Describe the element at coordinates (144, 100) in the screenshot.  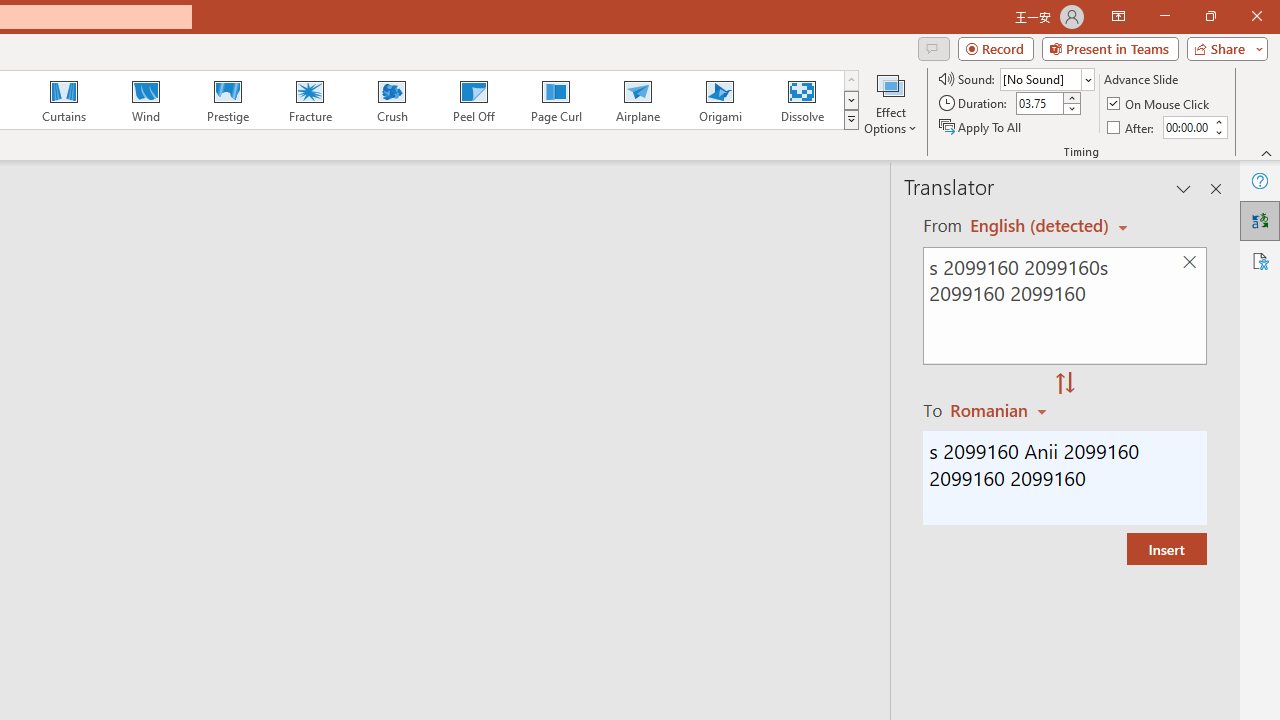
I see `'Wind'` at that location.